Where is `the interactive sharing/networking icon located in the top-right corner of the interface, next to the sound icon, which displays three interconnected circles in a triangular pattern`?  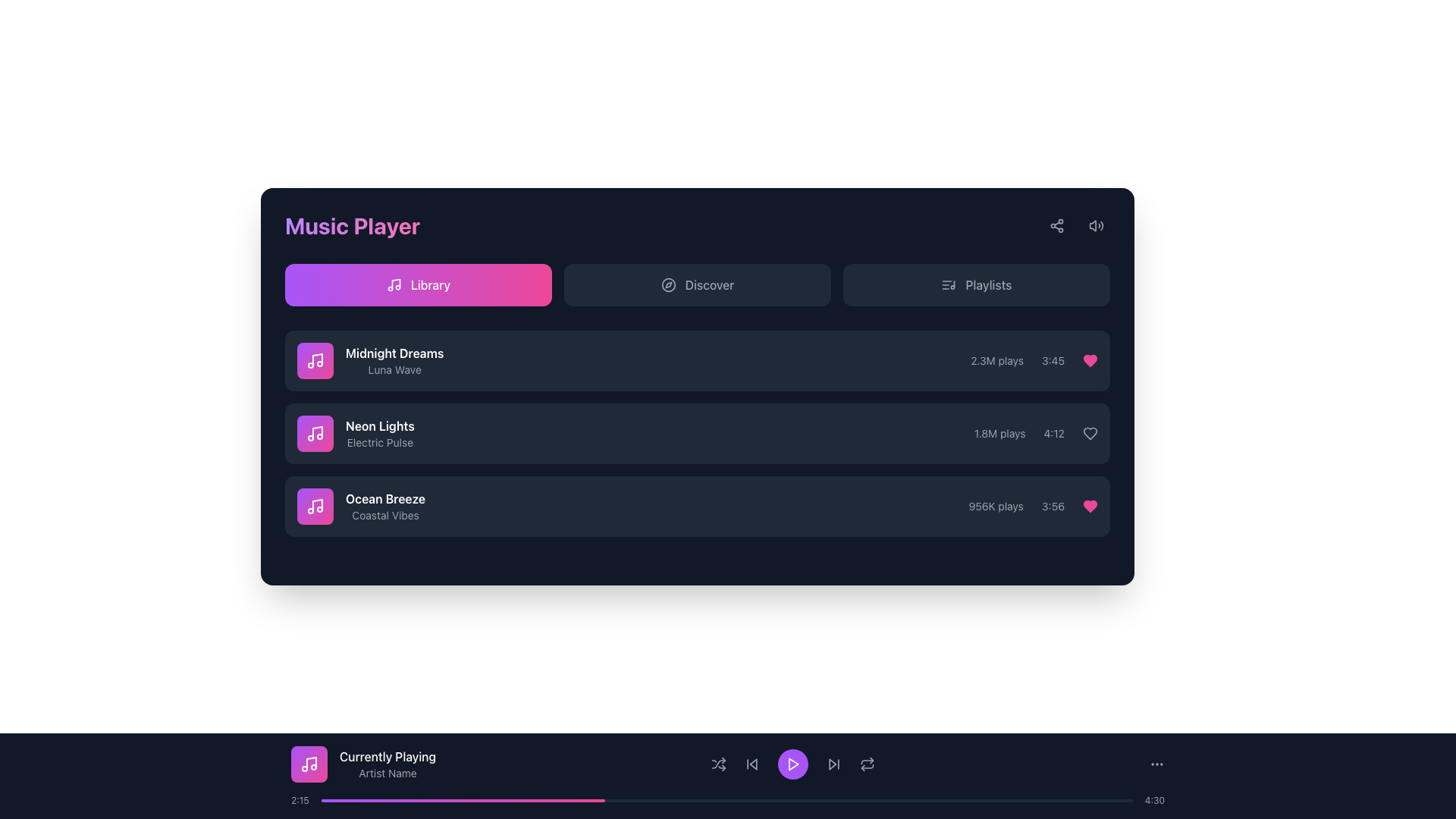 the interactive sharing/networking icon located in the top-right corner of the interface, next to the sound icon, which displays three interconnected circles in a triangular pattern is located at coordinates (1056, 225).